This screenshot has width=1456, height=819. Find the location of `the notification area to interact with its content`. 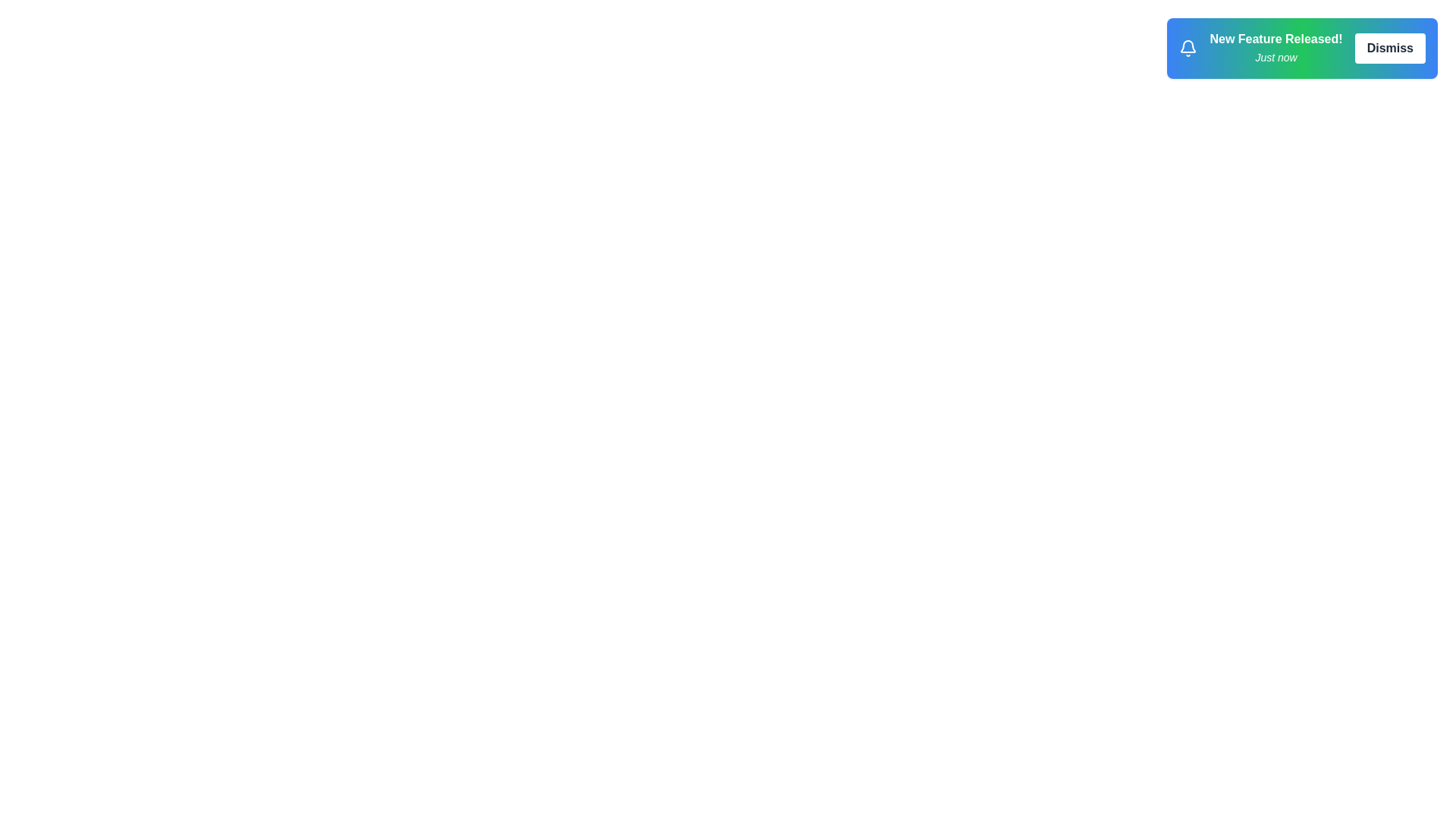

the notification area to interact with its content is located at coordinates (1301, 48).